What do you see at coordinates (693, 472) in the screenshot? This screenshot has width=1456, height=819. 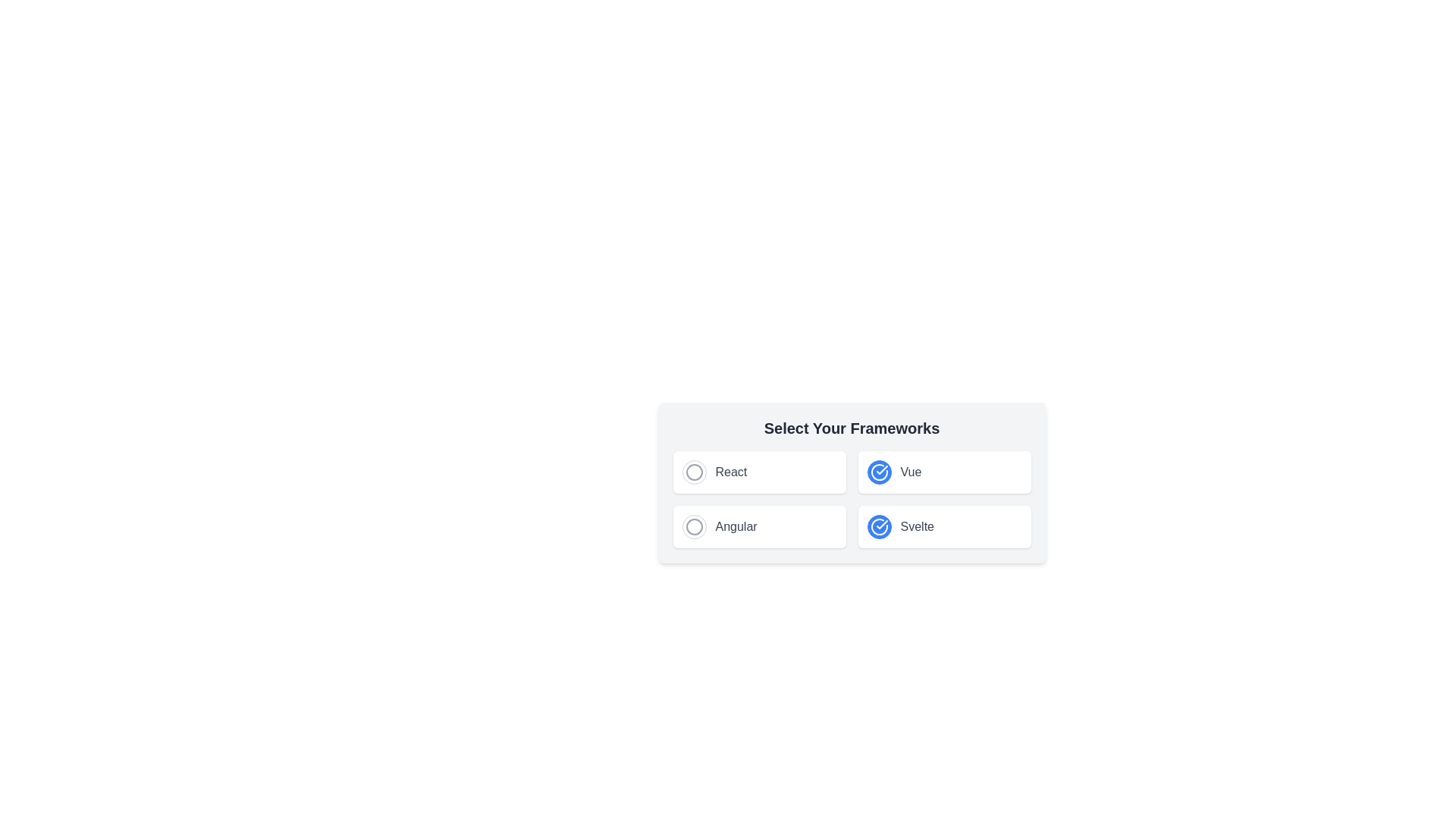 I see `the first radio button within the group of four options, which is styled with a gray border and an inner circle` at bounding box center [693, 472].